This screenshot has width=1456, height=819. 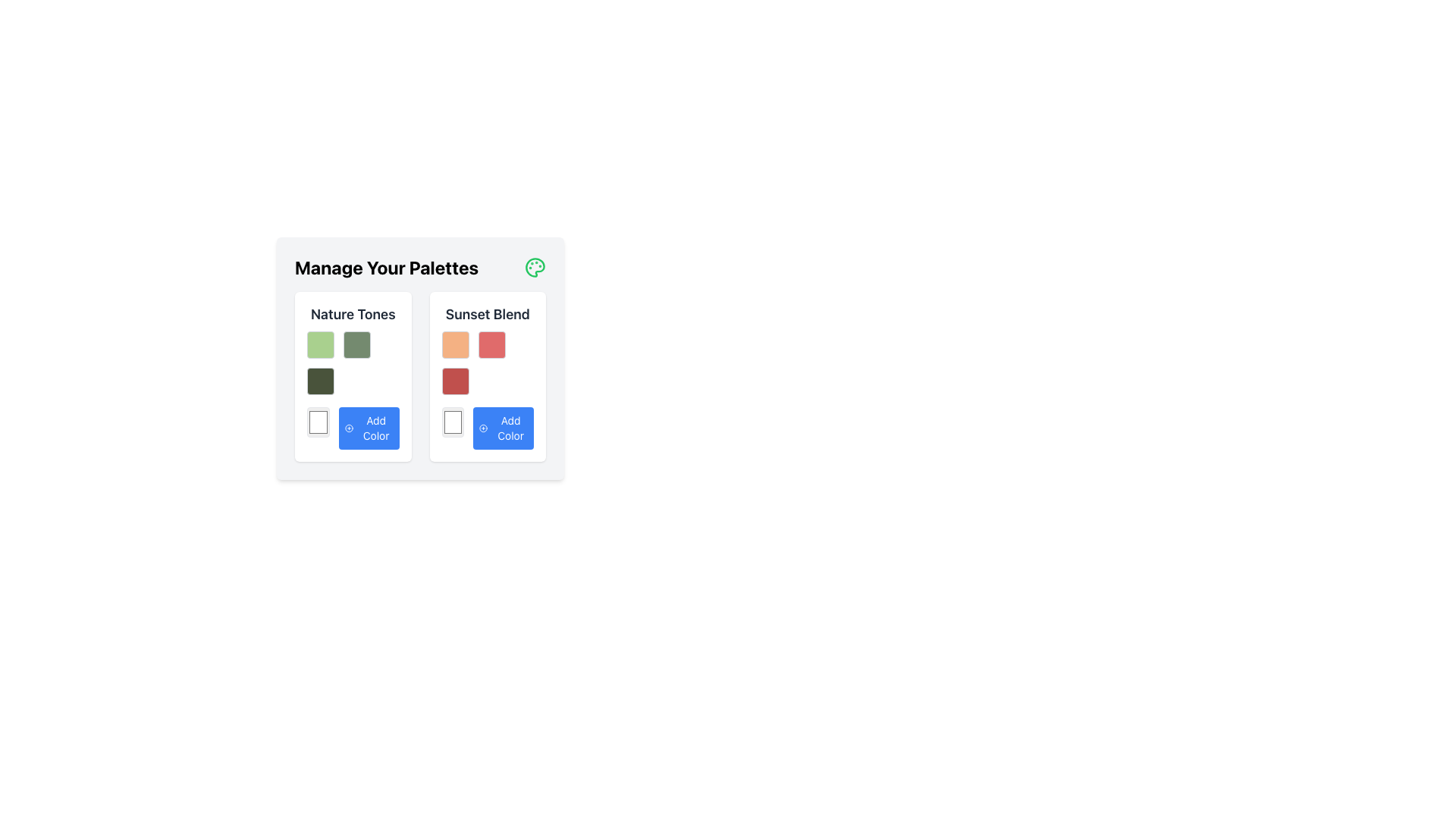 I want to click on the top-left Color Swatch element with a light-green background in the 'Nature Tones' palette section, so click(x=319, y=345).